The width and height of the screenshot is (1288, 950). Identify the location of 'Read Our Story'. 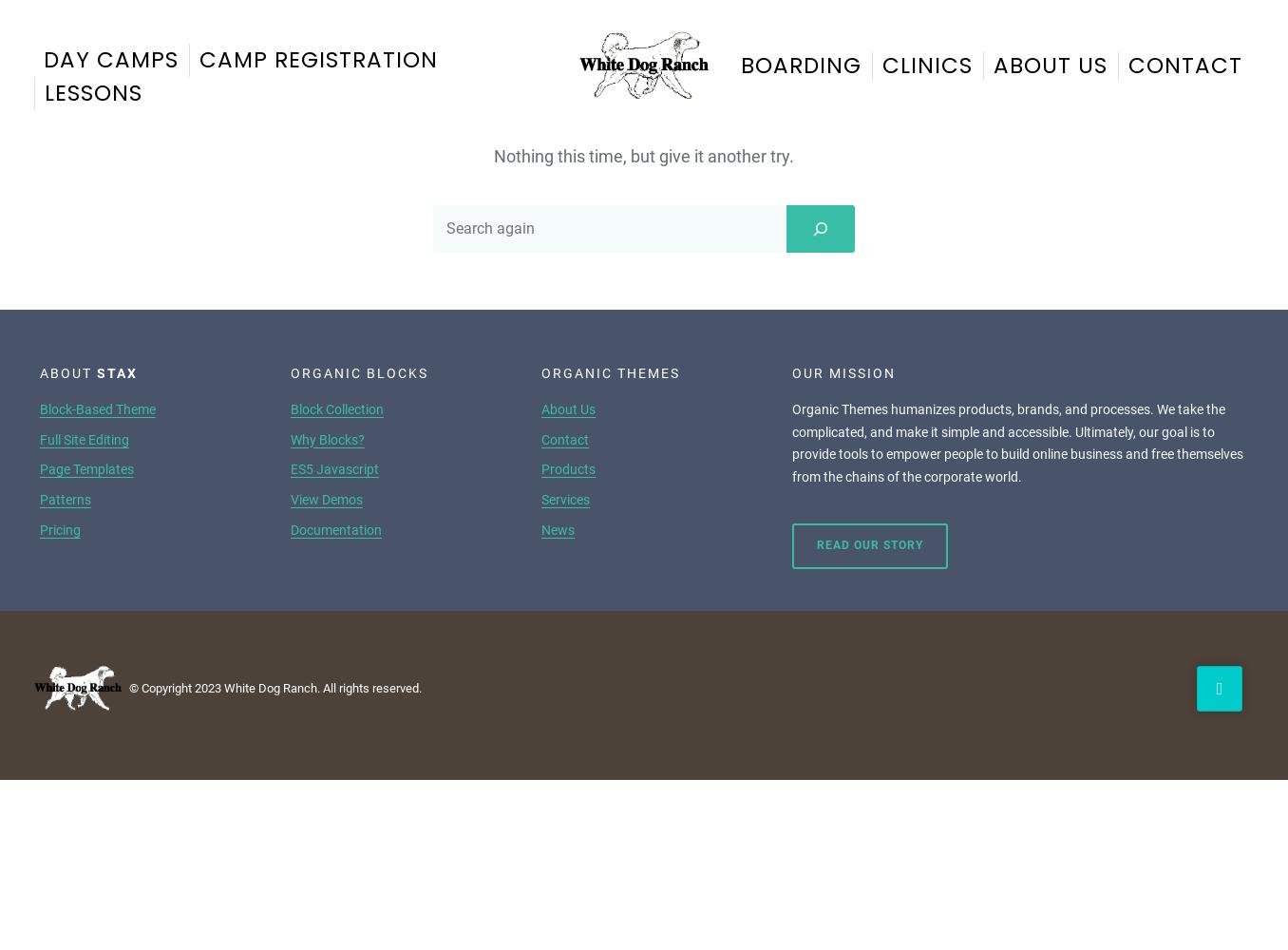
(868, 543).